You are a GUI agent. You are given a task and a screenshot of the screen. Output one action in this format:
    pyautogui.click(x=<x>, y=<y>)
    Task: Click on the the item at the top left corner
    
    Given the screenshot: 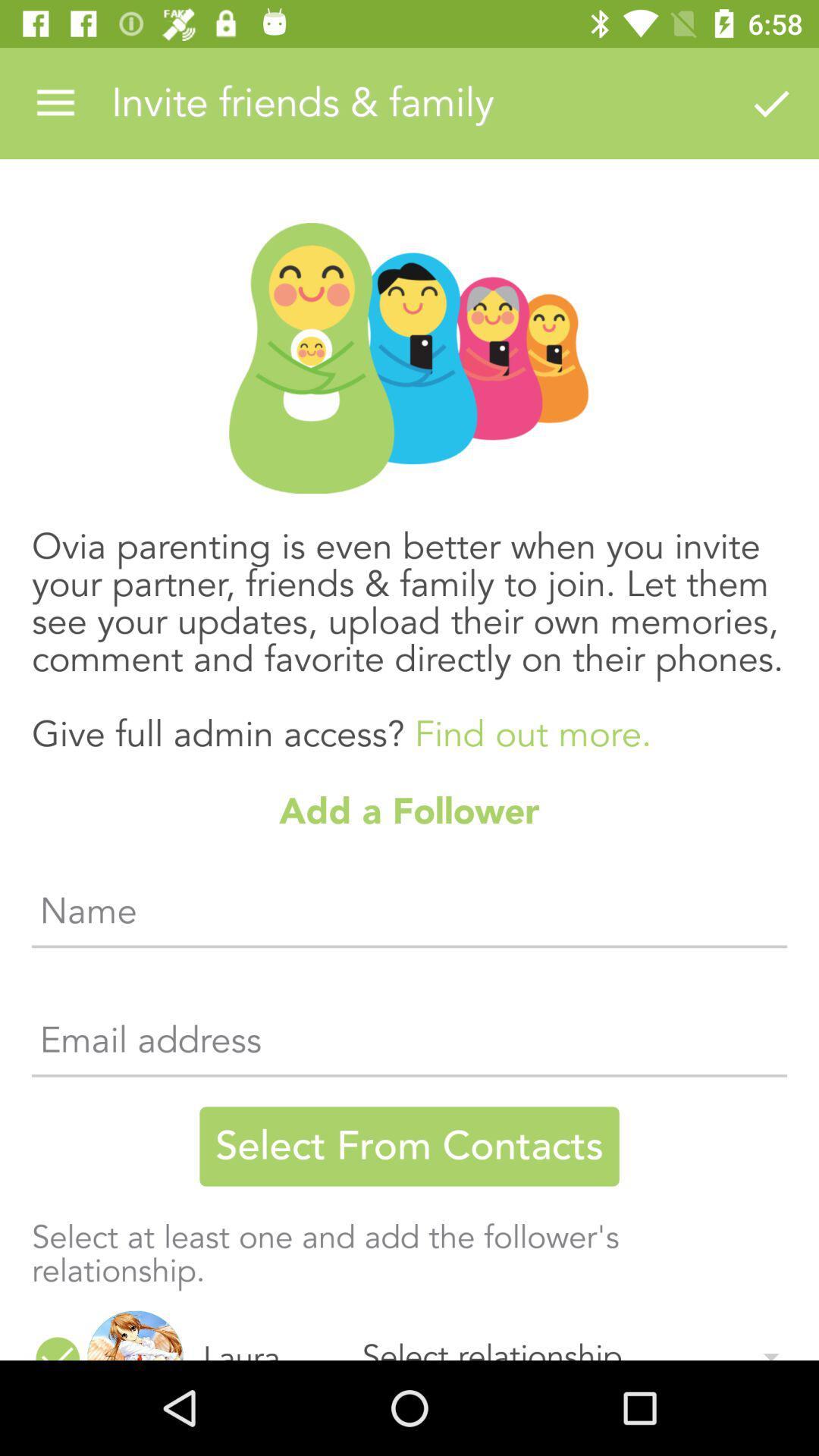 What is the action you would take?
    pyautogui.click(x=55, y=102)
    